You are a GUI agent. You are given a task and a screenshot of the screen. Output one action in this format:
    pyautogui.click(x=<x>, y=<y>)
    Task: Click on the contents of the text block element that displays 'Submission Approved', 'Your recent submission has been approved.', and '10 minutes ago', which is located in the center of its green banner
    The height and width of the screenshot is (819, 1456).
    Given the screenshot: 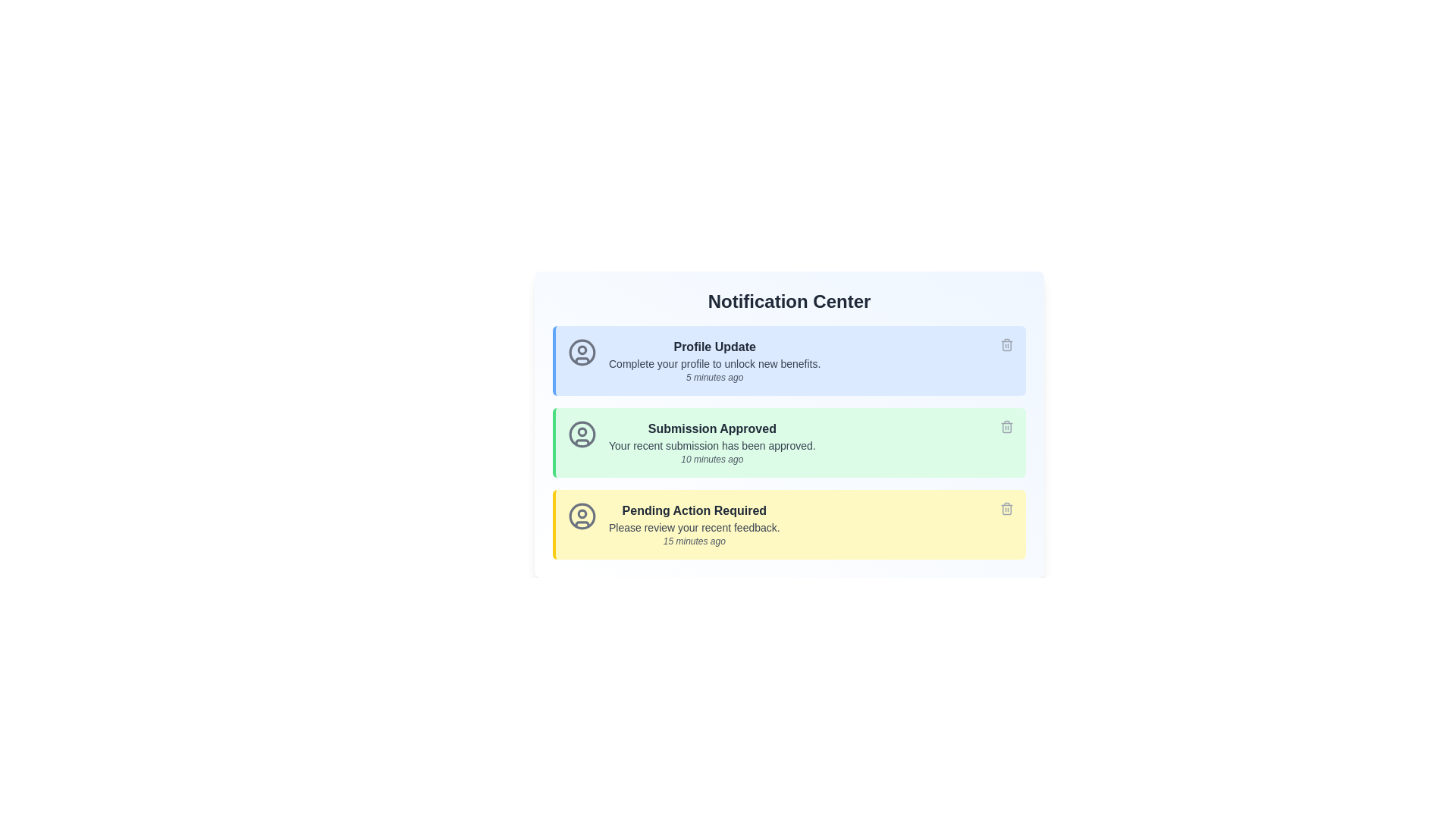 What is the action you would take?
    pyautogui.click(x=711, y=442)
    